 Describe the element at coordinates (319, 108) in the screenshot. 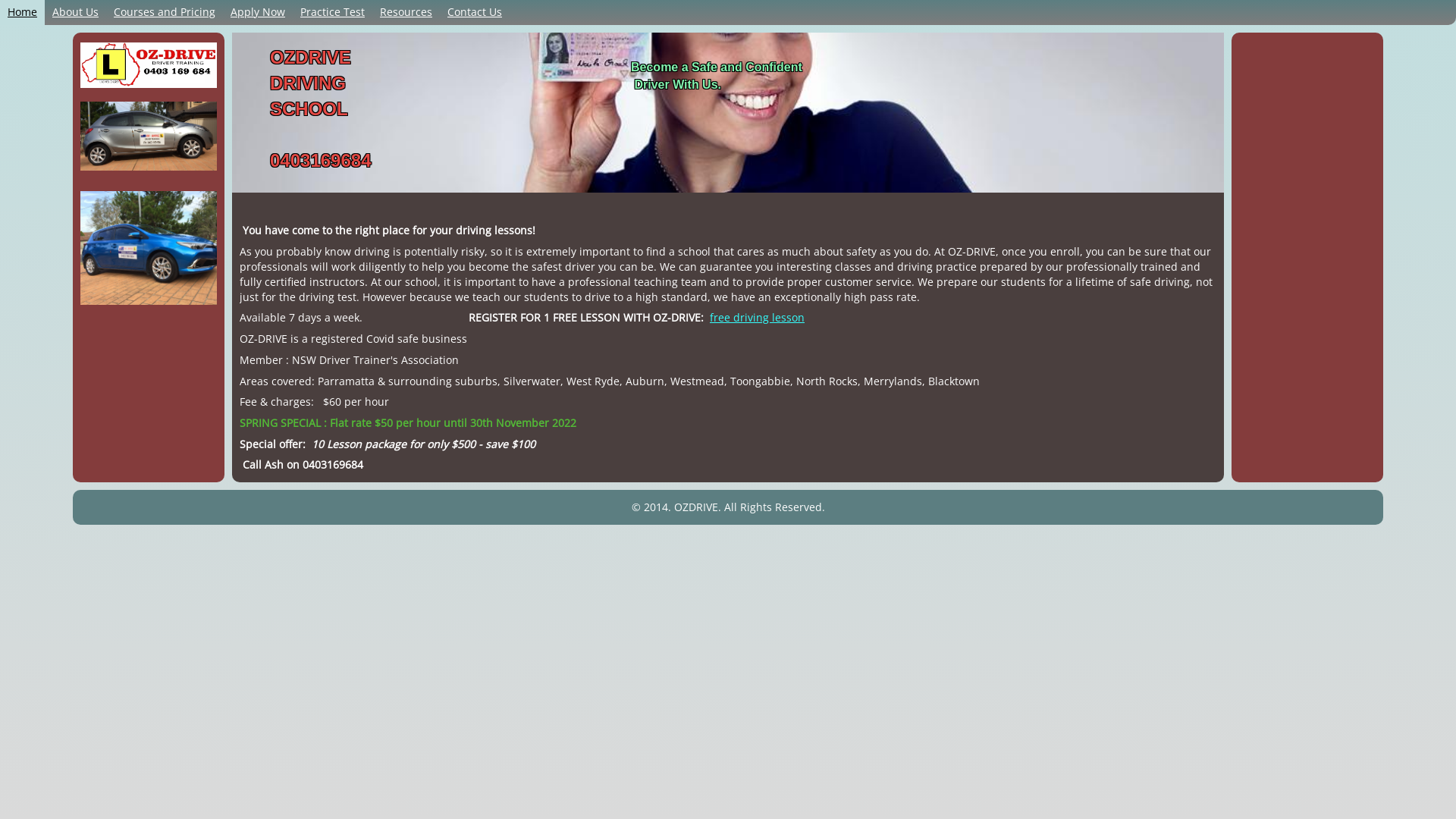

I see `'OZDRIVE` at that location.